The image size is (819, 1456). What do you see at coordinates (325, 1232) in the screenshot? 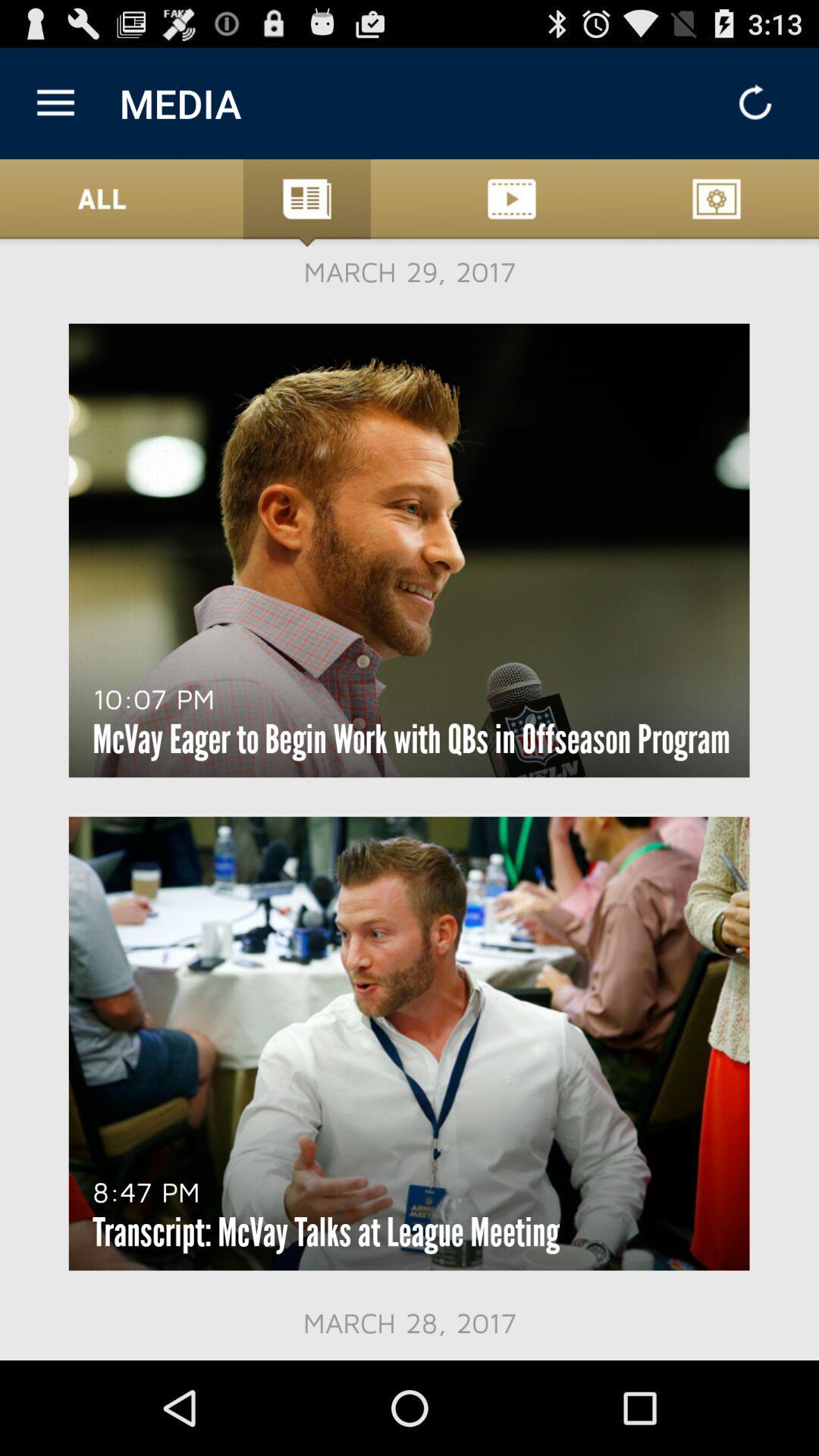
I see `transcript mcvay talks icon` at bounding box center [325, 1232].